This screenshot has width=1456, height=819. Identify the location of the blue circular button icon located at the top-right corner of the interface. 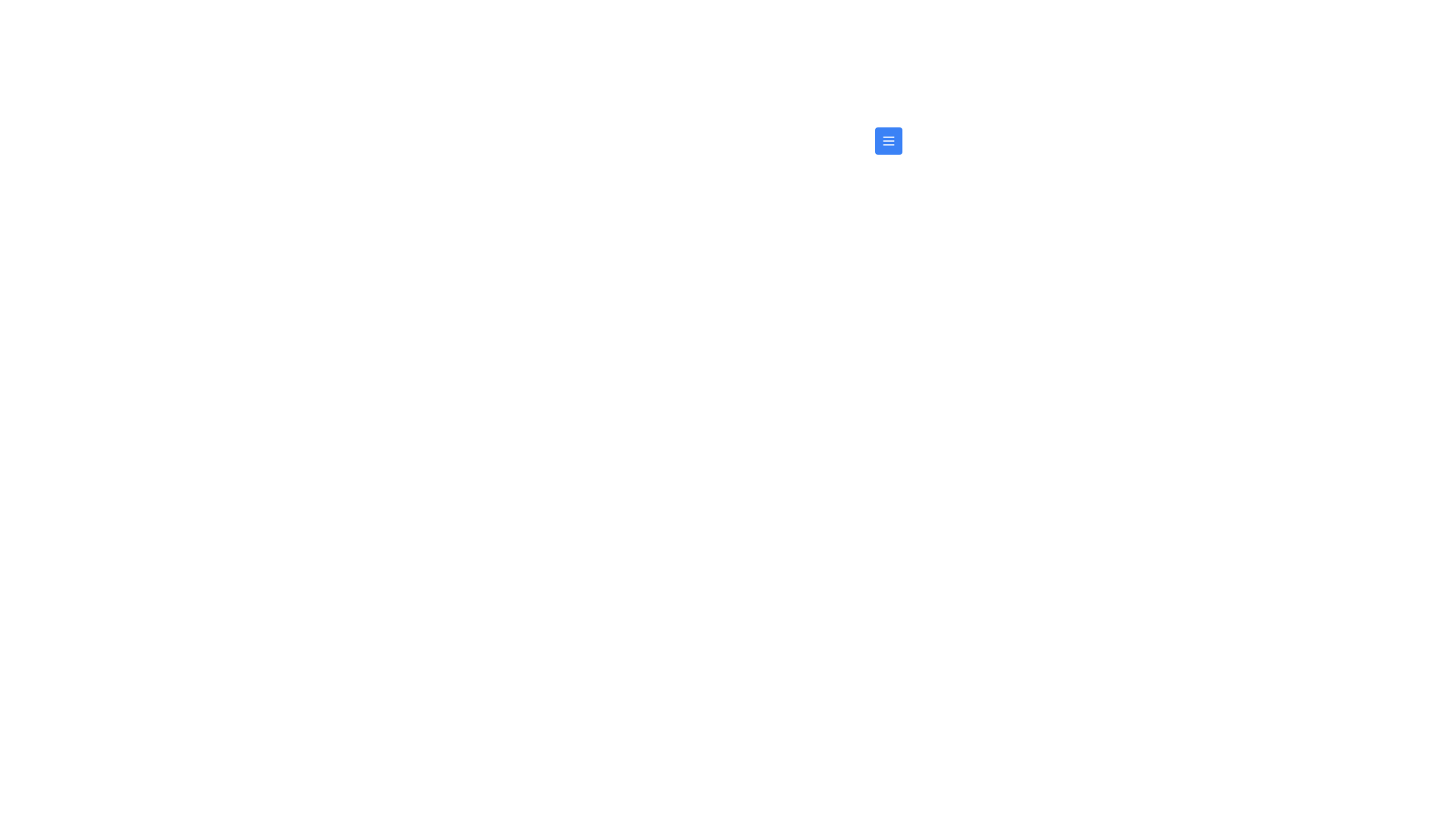
(888, 140).